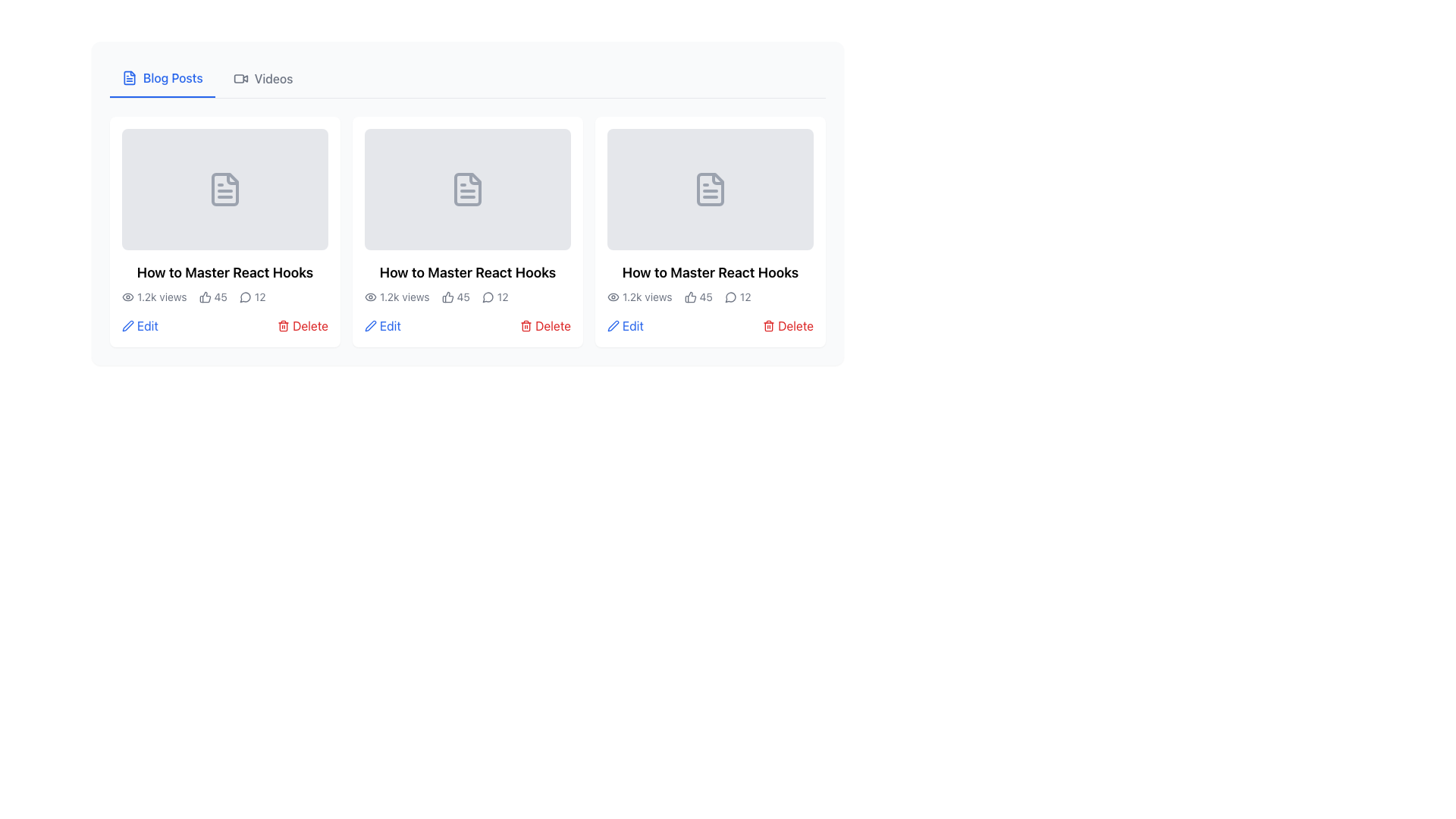 The height and width of the screenshot is (819, 1456). Describe the element at coordinates (613, 297) in the screenshot. I see `the eye-shaped icon representing view count, which is greyish in color and positioned to the left of the '1.2k views' text label` at that location.